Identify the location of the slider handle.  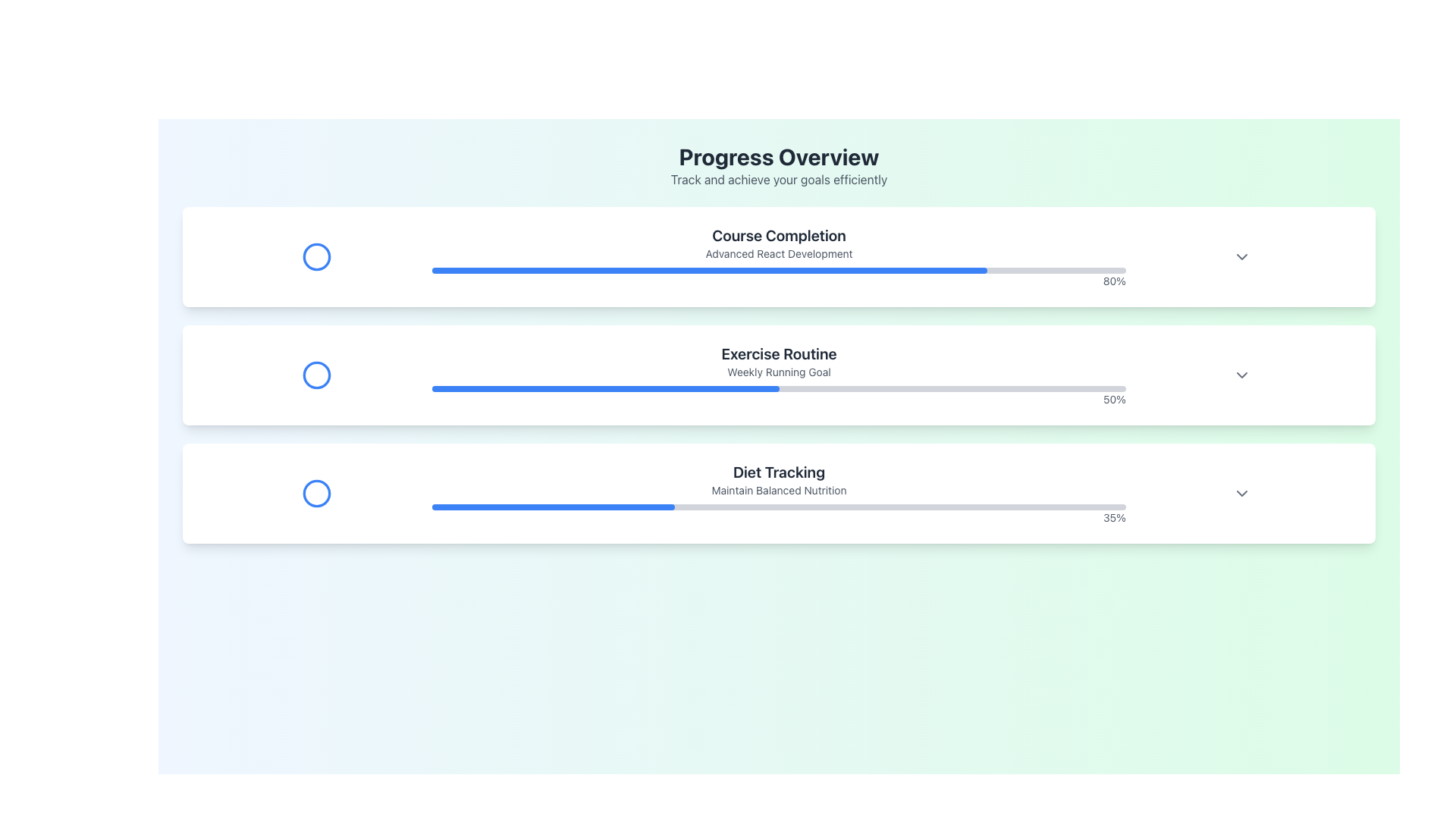
(404, 256).